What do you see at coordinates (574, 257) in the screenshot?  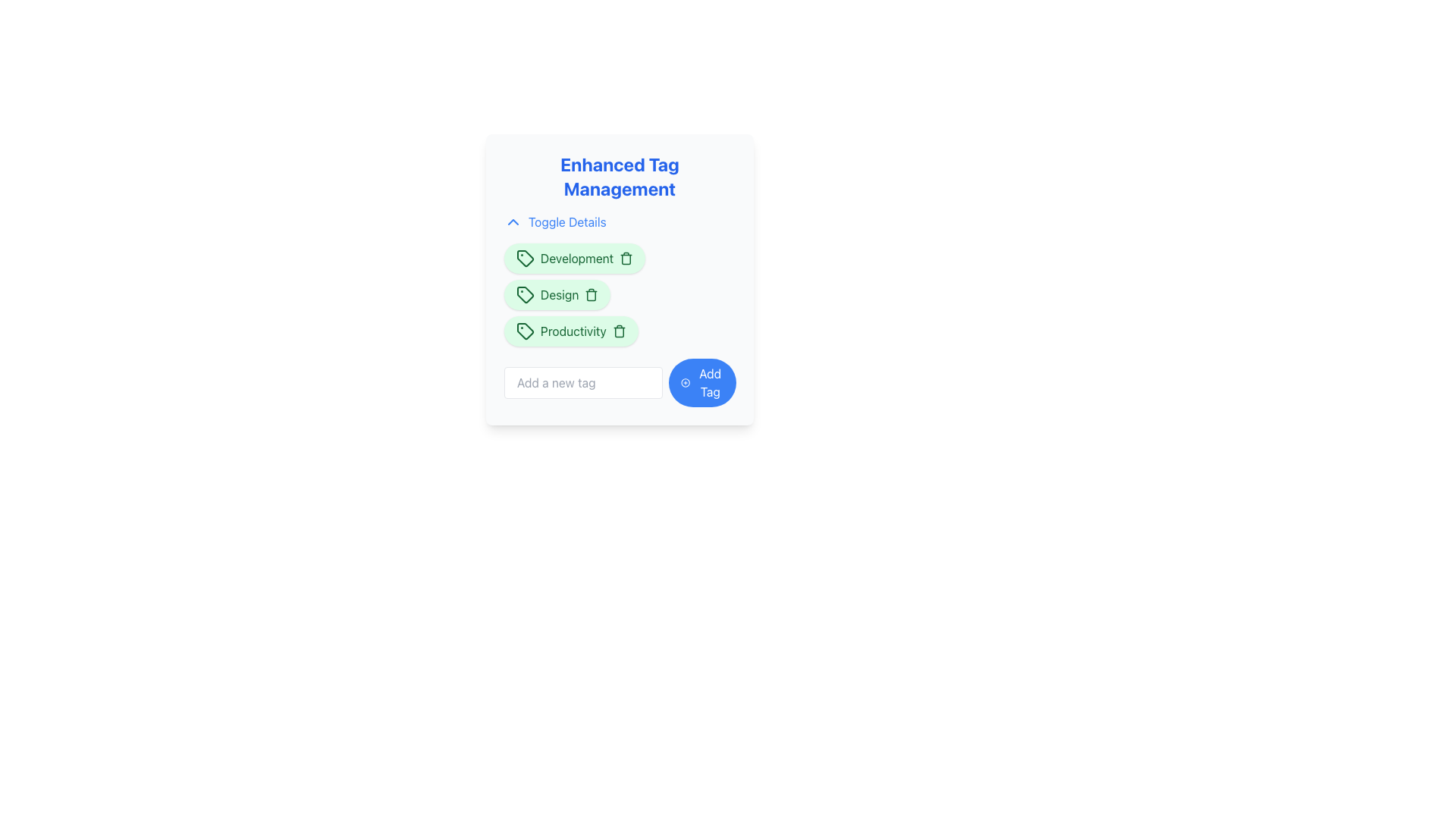 I see `the 'Development' tag element, which features a light green background, green text, and icons for viewing its details` at bounding box center [574, 257].